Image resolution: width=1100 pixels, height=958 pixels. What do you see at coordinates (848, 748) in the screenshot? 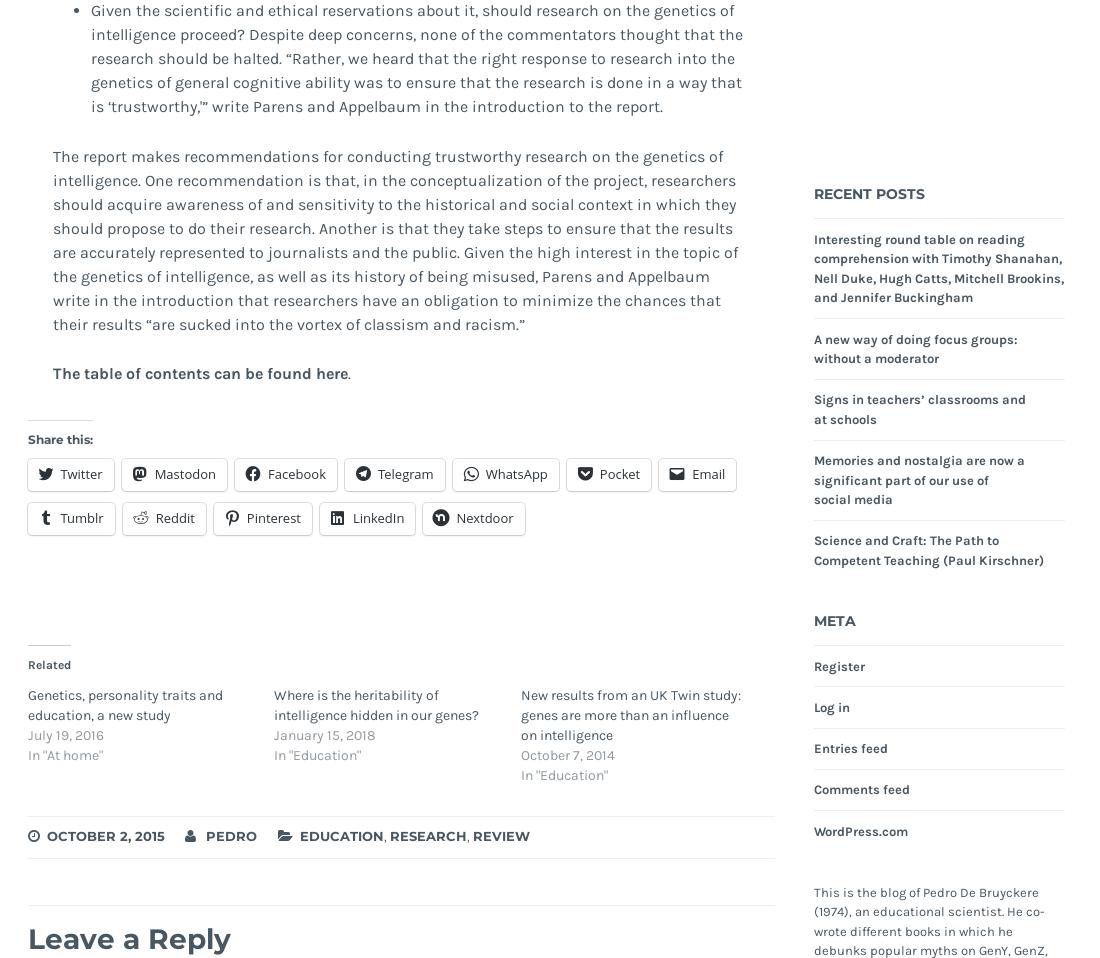
I see `'Entries feed'` at bounding box center [848, 748].